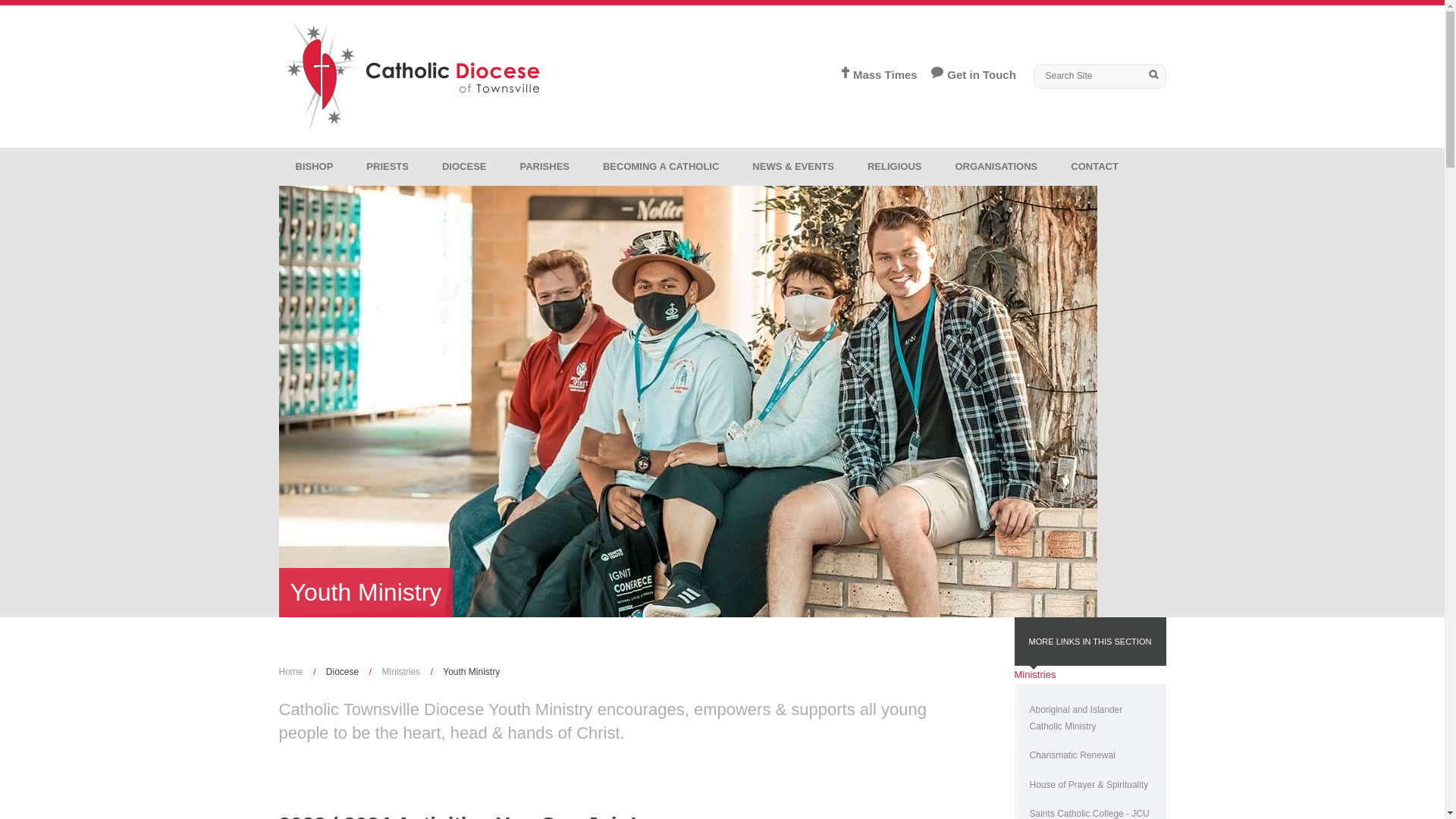  Describe the element at coordinates (965, 75) in the screenshot. I see `'Get in Touch'` at that location.